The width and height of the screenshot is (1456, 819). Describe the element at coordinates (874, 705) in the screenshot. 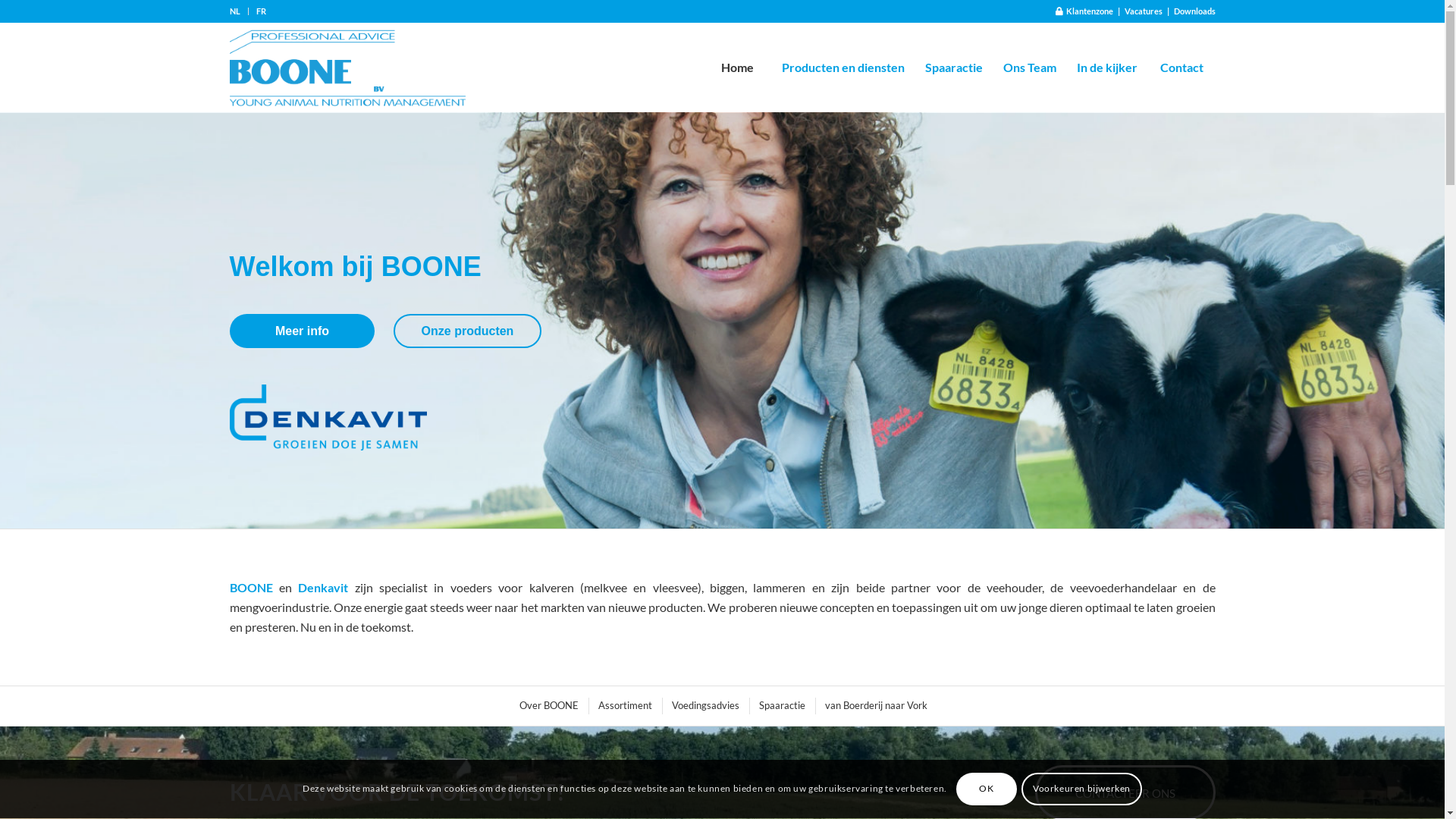

I see `'van Boerderij naar Vork'` at that location.